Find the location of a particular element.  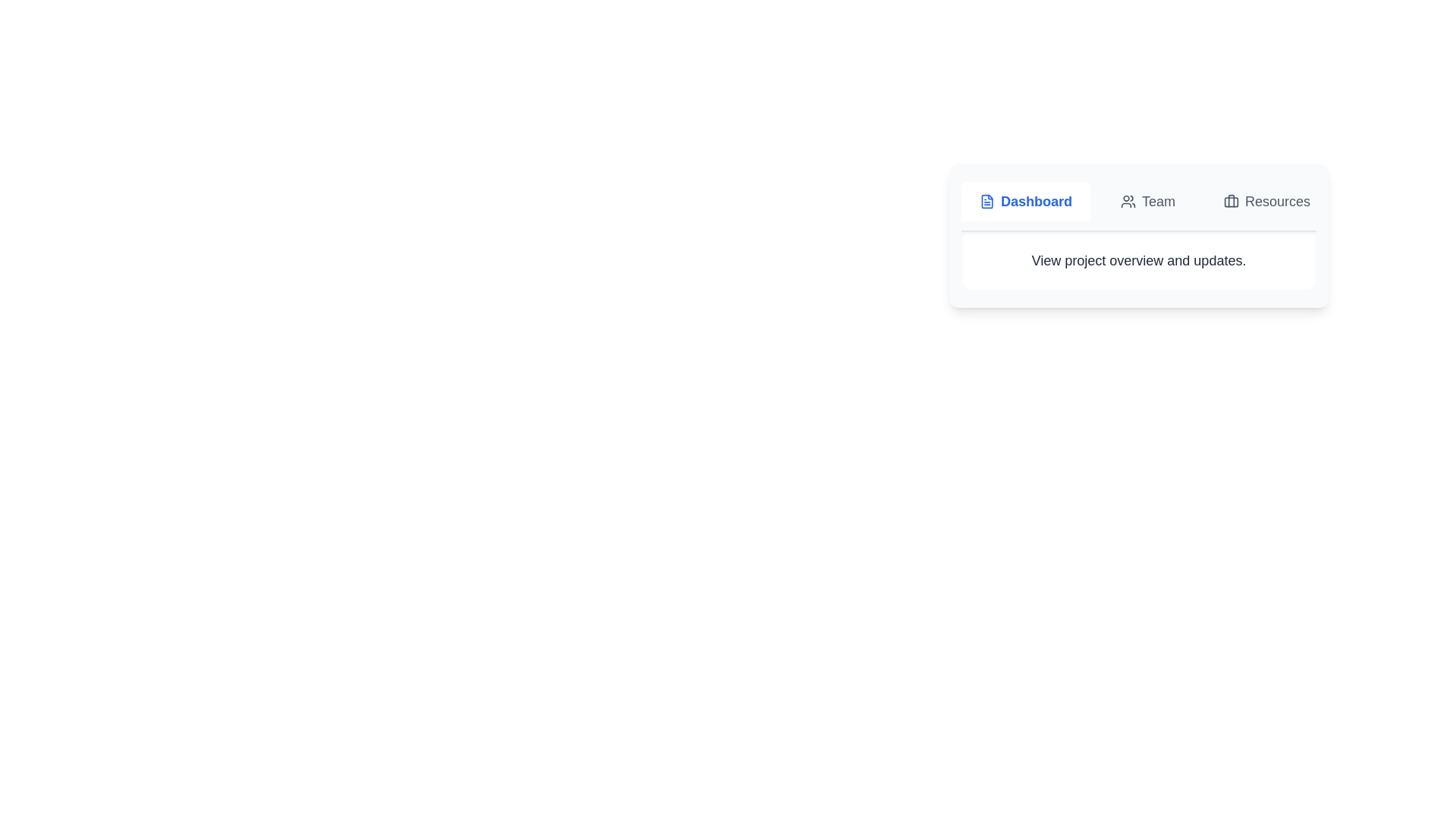

the tab labeled 'Resources' to activate it and observe the visual change is located at coordinates (1266, 201).